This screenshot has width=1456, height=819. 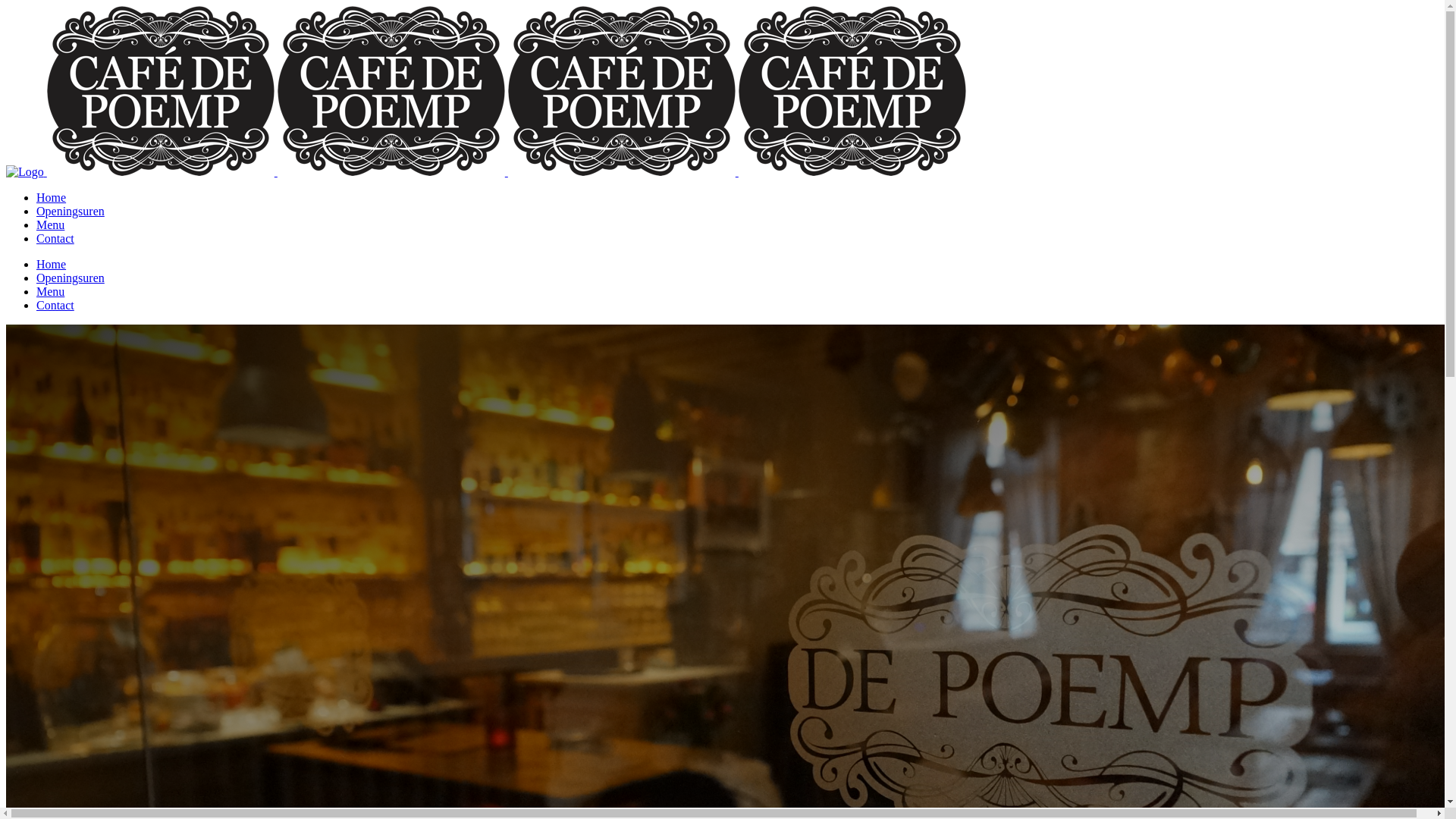 I want to click on 'Openingsuren', so click(x=69, y=278).